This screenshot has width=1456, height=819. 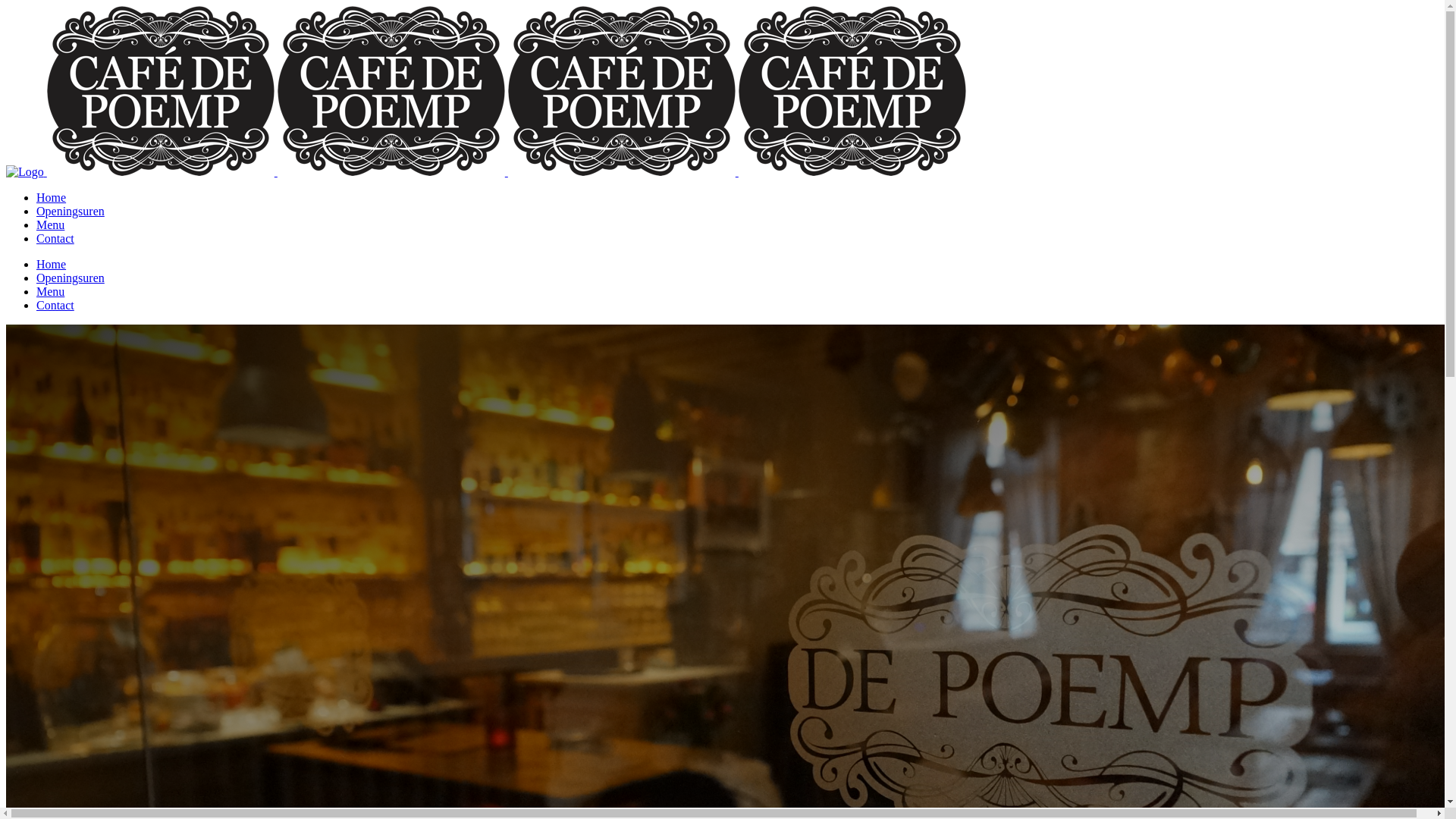 I want to click on 'Openingsuren', so click(x=69, y=278).